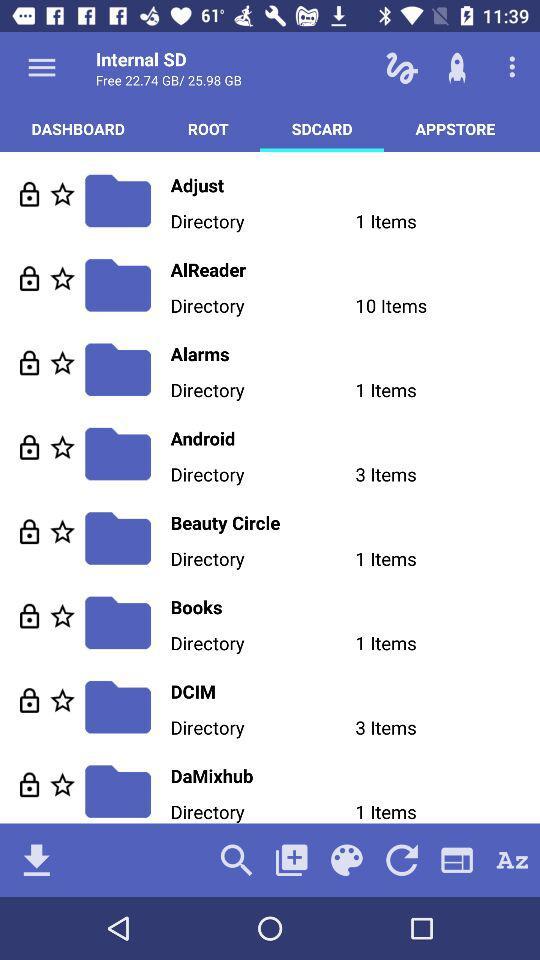  What do you see at coordinates (28, 194) in the screenshot?
I see `folder lock` at bounding box center [28, 194].